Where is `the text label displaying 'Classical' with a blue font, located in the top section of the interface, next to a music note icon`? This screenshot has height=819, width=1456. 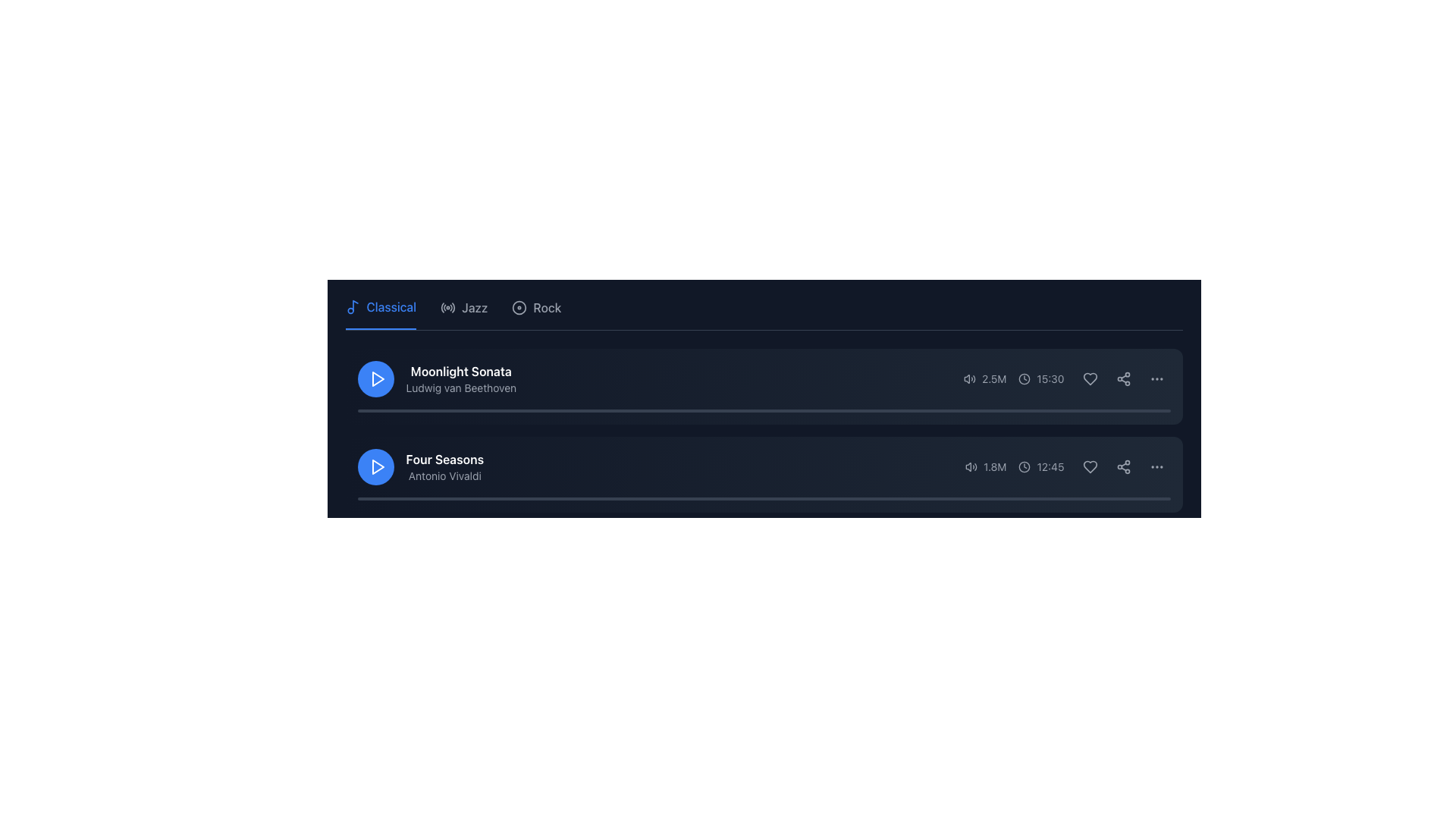
the text label displaying 'Classical' with a blue font, located in the top section of the interface, next to a music note icon is located at coordinates (391, 307).